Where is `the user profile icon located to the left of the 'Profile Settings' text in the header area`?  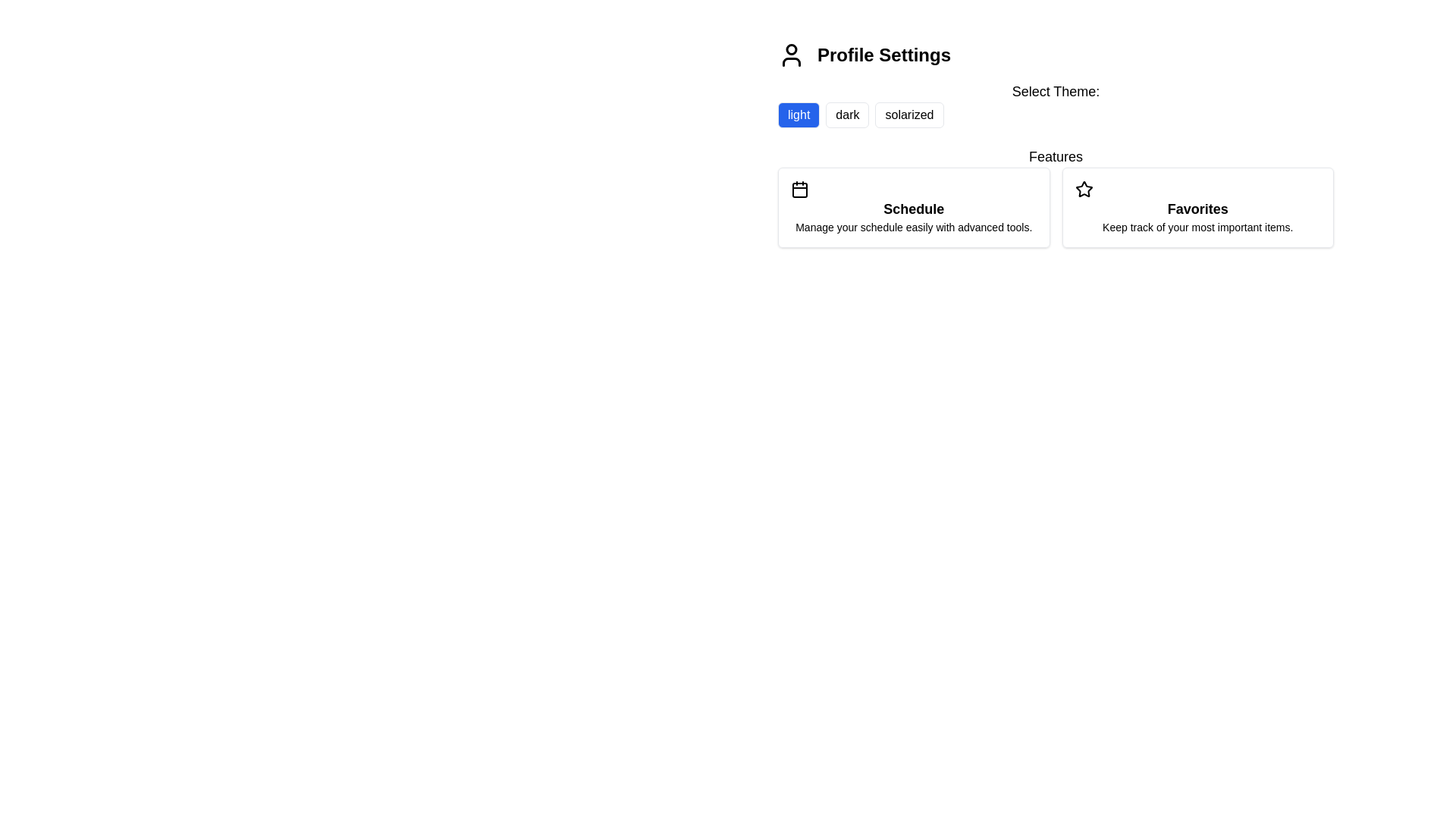
the user profile icon located to the left of the 'Profile Settings' text in the header area is located at coordinates (790, 55).